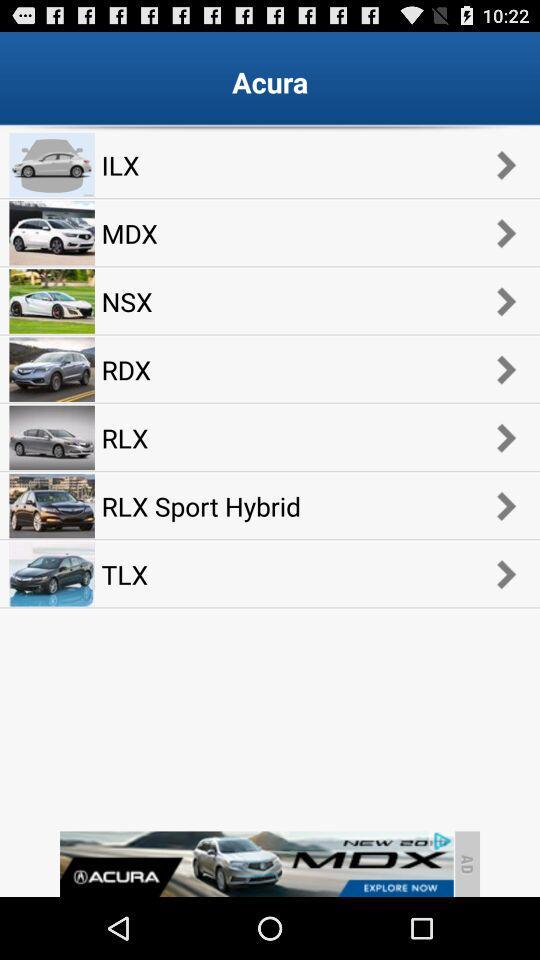 The width and height of the screenshot is (540, 960). Describe the element at coordinates (256, 863) in the screenshot. I see `click the advertisement at bottom` at that location.